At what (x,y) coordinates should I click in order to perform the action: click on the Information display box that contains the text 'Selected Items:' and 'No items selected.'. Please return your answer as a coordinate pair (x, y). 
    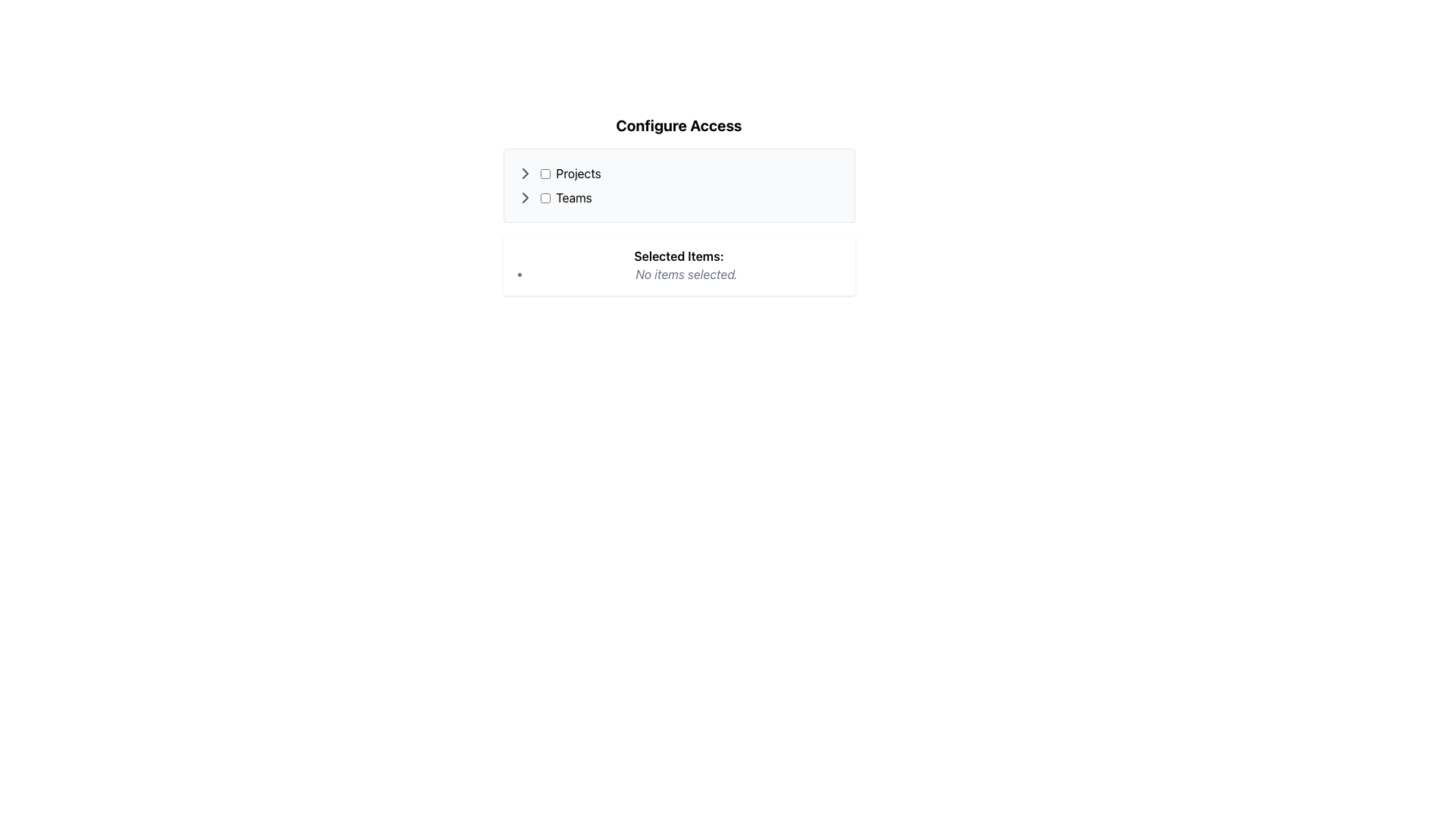
    Looking at the image, I should click on (678, 265).